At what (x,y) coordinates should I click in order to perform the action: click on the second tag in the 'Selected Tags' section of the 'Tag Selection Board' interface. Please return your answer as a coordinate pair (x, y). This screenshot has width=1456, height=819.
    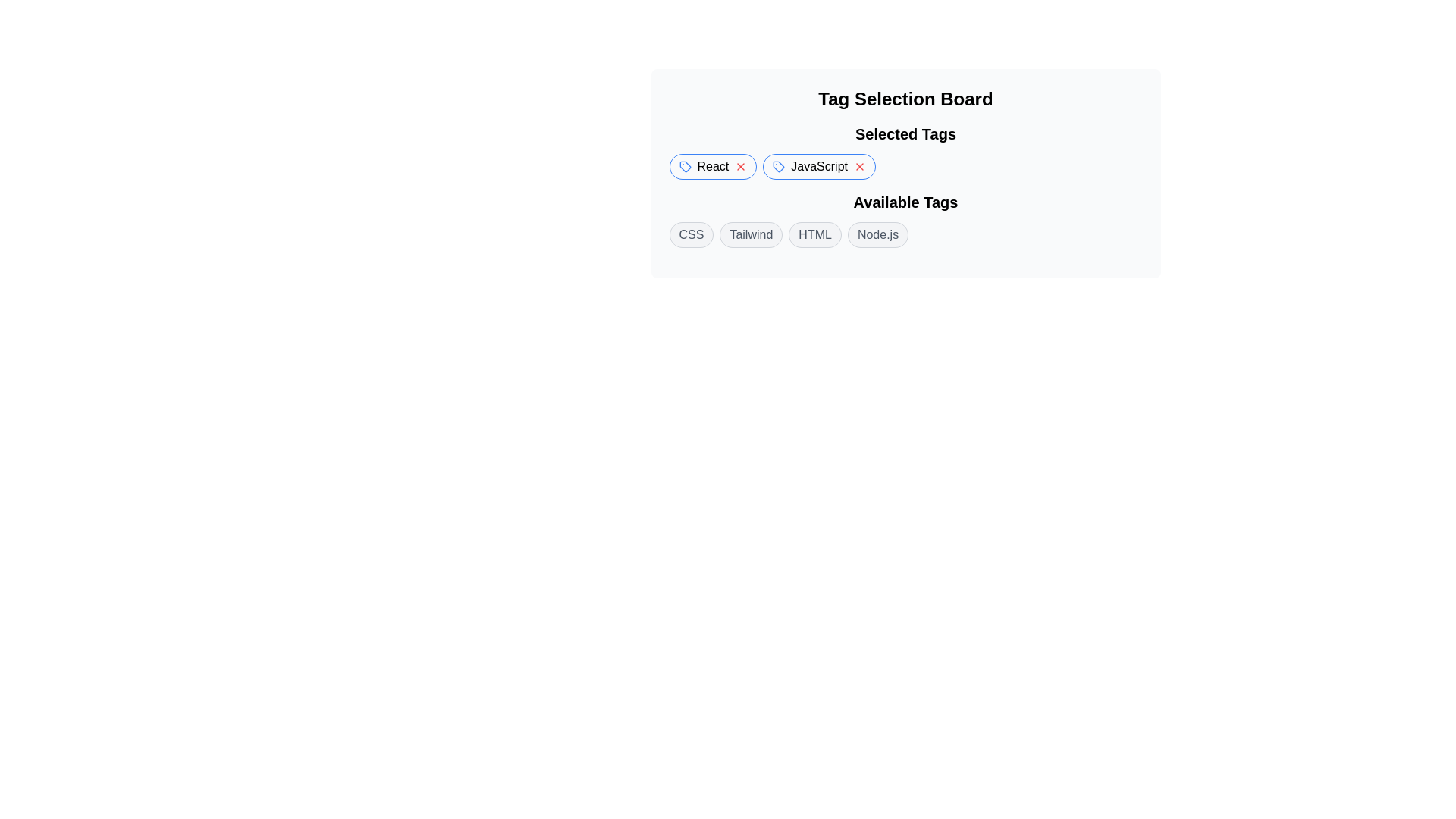
    Looking at the image, I should click on (818, 166).